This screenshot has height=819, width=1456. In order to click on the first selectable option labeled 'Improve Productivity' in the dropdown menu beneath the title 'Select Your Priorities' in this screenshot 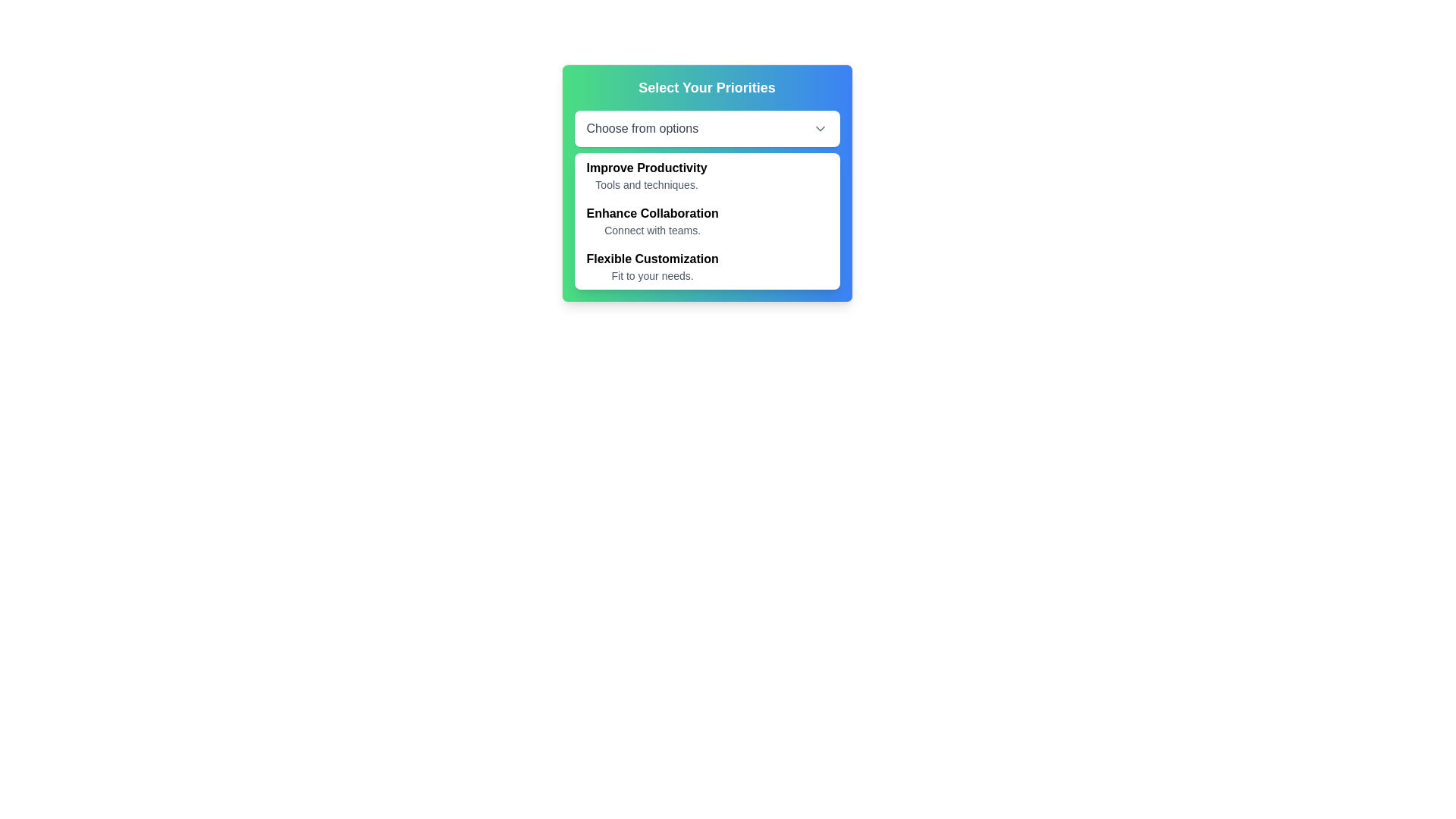, I will do `click(647, 174)`.